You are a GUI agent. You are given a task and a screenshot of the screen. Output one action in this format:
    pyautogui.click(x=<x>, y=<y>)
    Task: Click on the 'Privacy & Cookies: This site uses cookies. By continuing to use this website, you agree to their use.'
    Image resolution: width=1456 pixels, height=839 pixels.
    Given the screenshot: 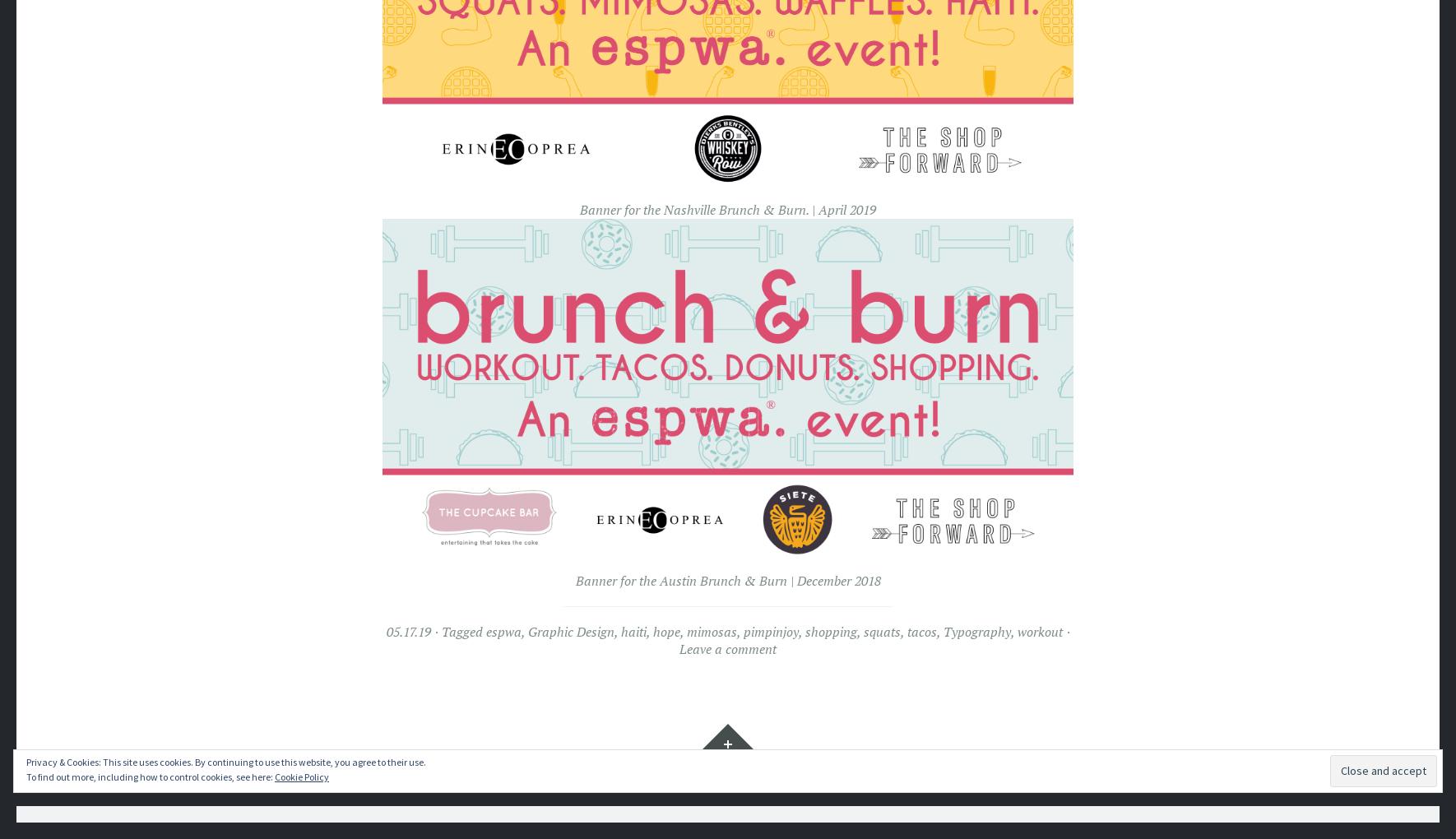 What is the action you would take?
    pyautogui.click(x=226, y=761)
    